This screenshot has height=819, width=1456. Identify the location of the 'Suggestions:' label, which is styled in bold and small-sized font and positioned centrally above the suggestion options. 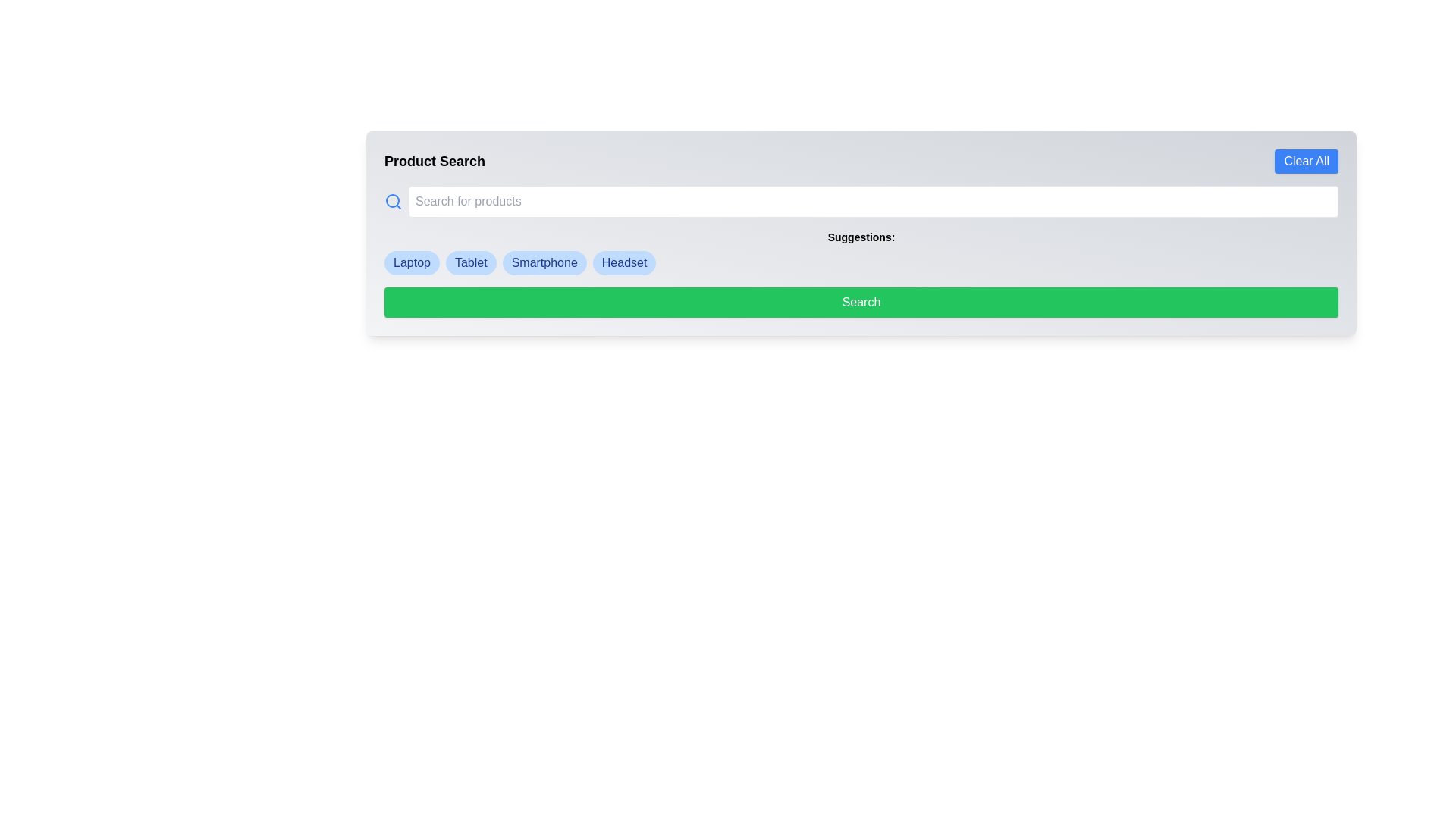
(861, 237).